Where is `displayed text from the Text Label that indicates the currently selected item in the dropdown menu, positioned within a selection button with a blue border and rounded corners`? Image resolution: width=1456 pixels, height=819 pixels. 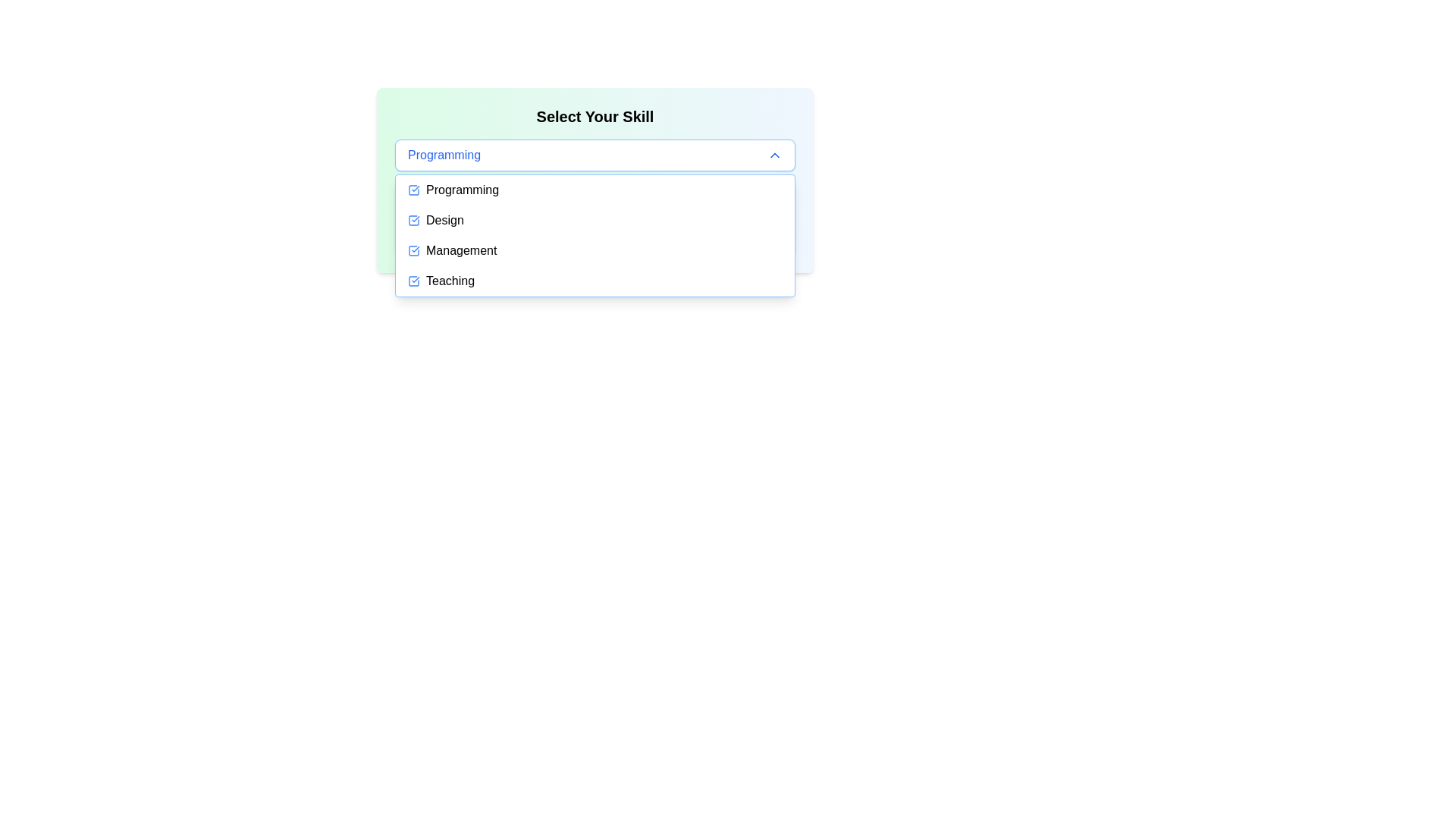
displayed text from the Text Label that indicates the currently selected item in the dropdown menu, positioned within a selection button with a blue border and rounded corners is located at coordinates (443, 155).